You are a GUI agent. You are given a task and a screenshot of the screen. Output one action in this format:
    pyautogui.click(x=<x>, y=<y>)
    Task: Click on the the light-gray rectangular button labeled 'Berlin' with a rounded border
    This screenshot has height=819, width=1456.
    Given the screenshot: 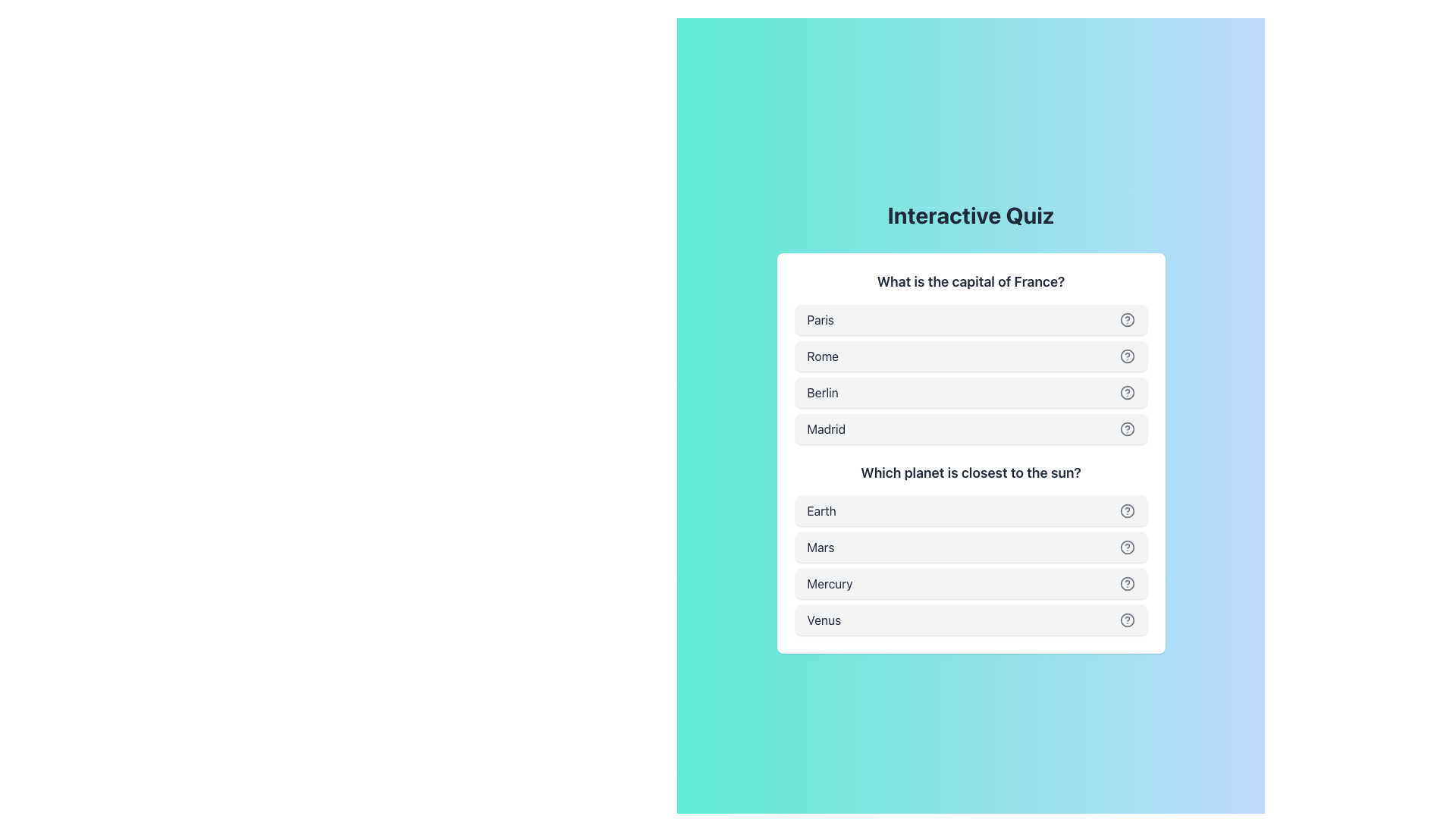 What is the action you would take?
    pyautogui.click(x=971, y=391)
    